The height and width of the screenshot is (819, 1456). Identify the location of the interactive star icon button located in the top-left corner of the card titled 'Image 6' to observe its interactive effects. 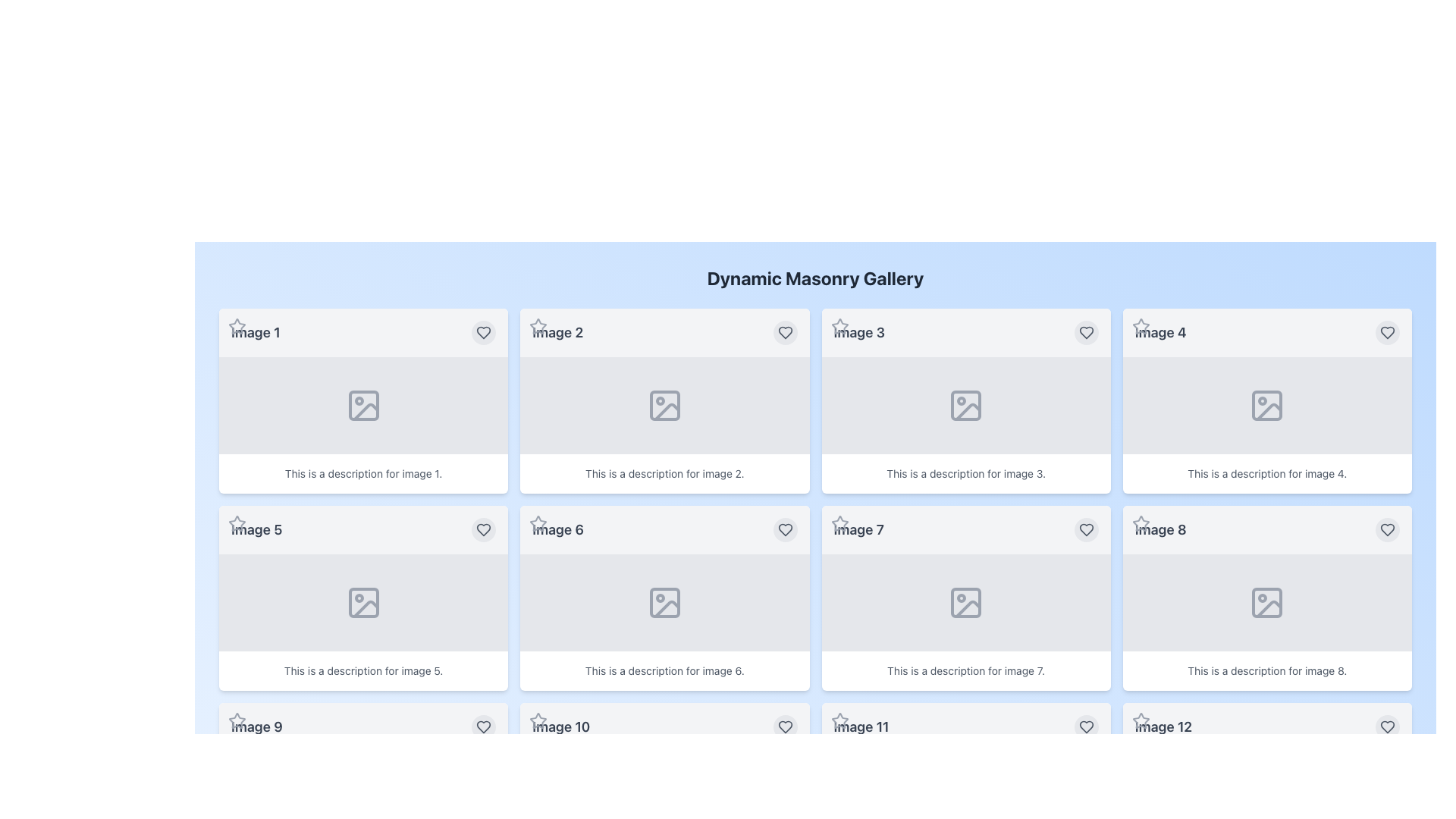
(538, 522).